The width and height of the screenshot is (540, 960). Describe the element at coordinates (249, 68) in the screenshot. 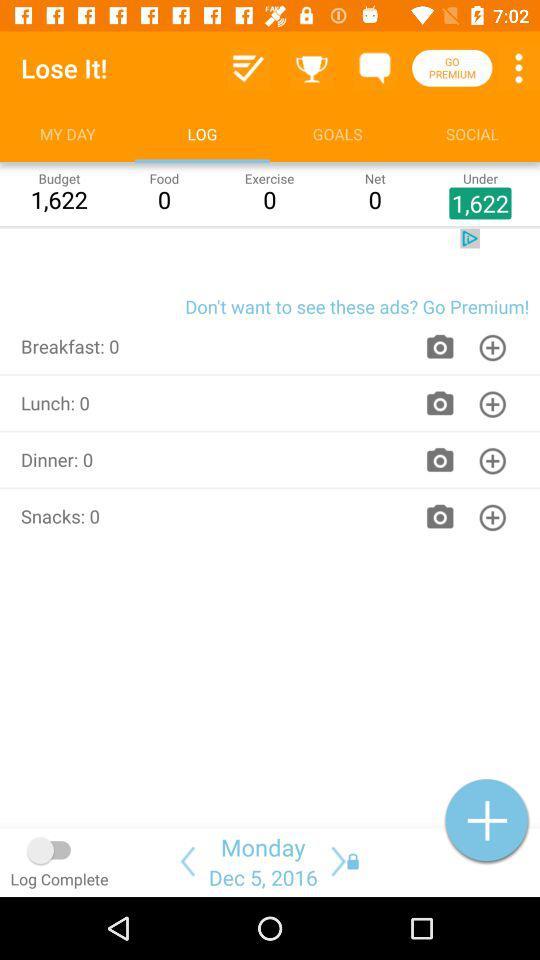

I see `the icon beside loose it` at that location.